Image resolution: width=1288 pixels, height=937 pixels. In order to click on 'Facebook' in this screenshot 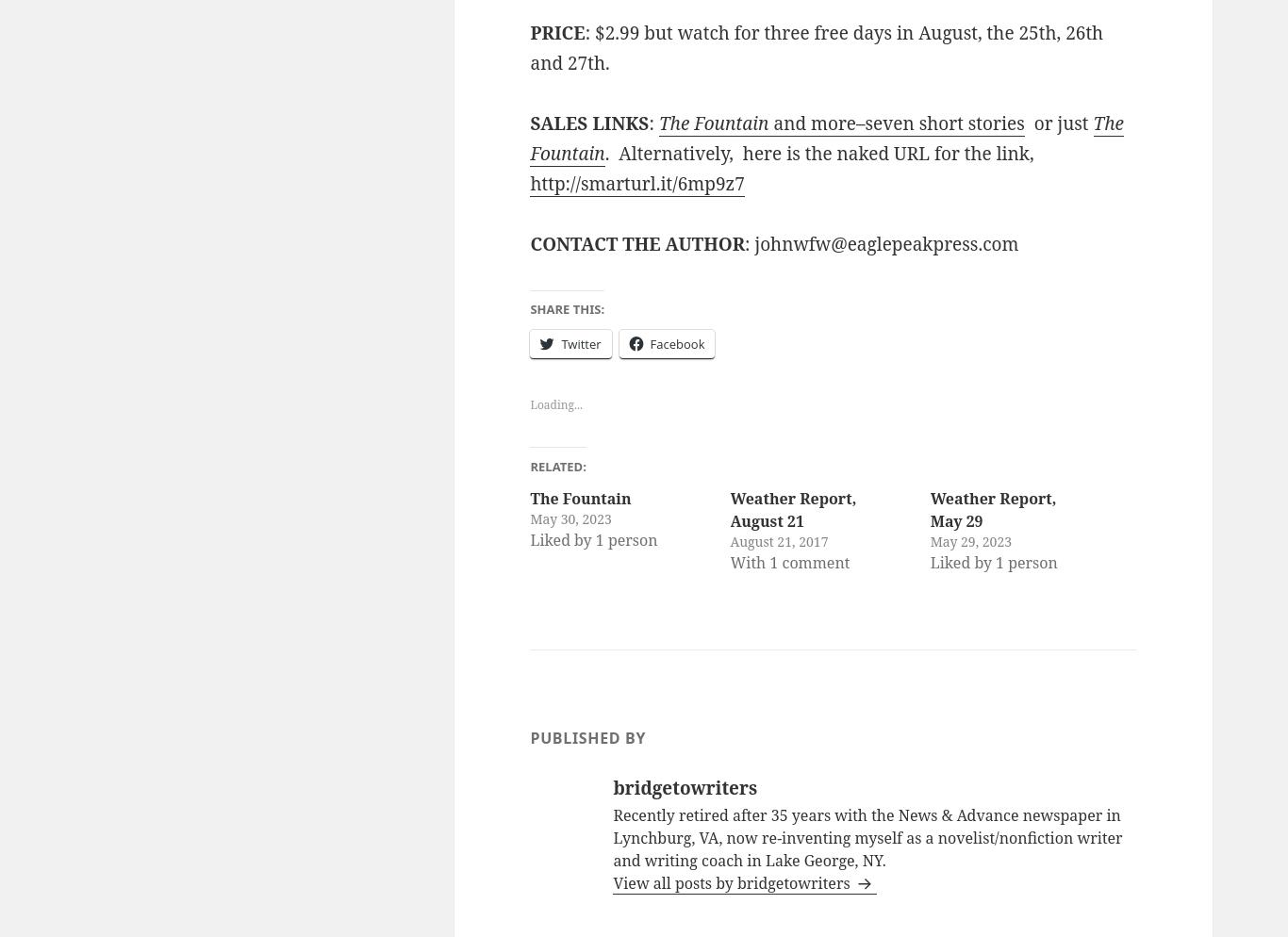, I will do `click(650, 343)`.